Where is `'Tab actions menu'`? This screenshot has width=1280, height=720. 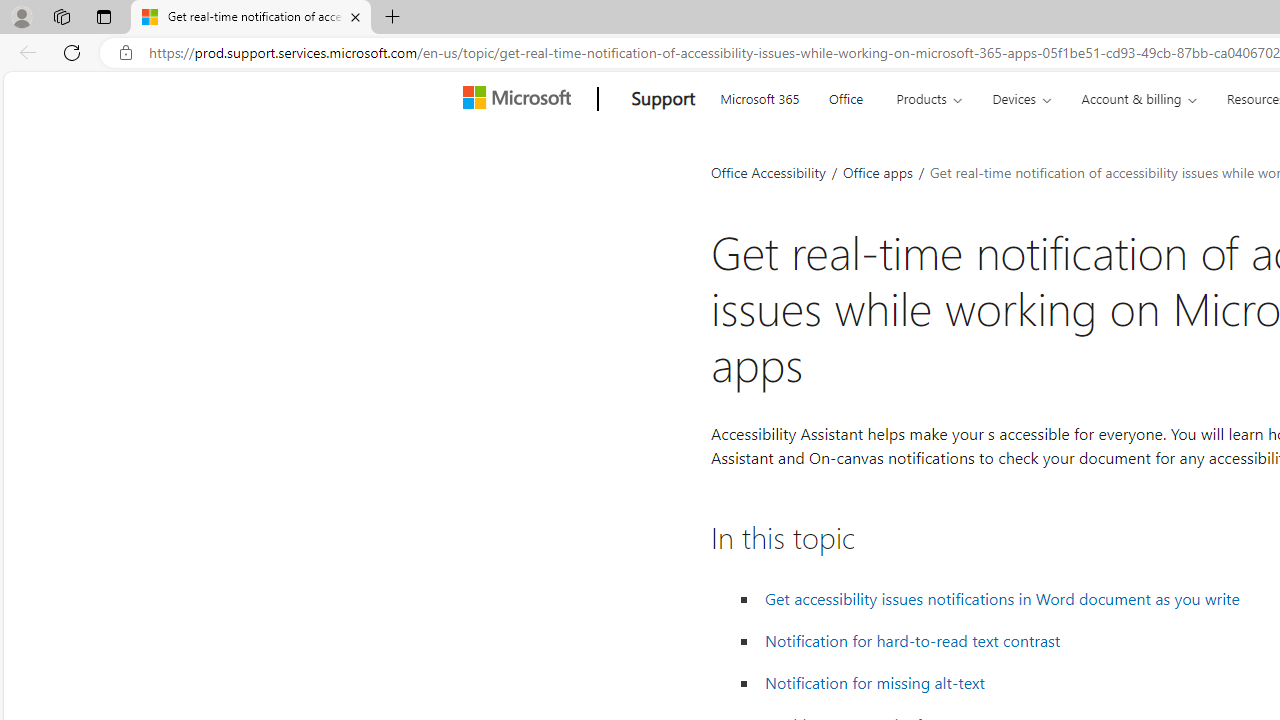 'Tab actions menu' is located at coordinates (103, 16).